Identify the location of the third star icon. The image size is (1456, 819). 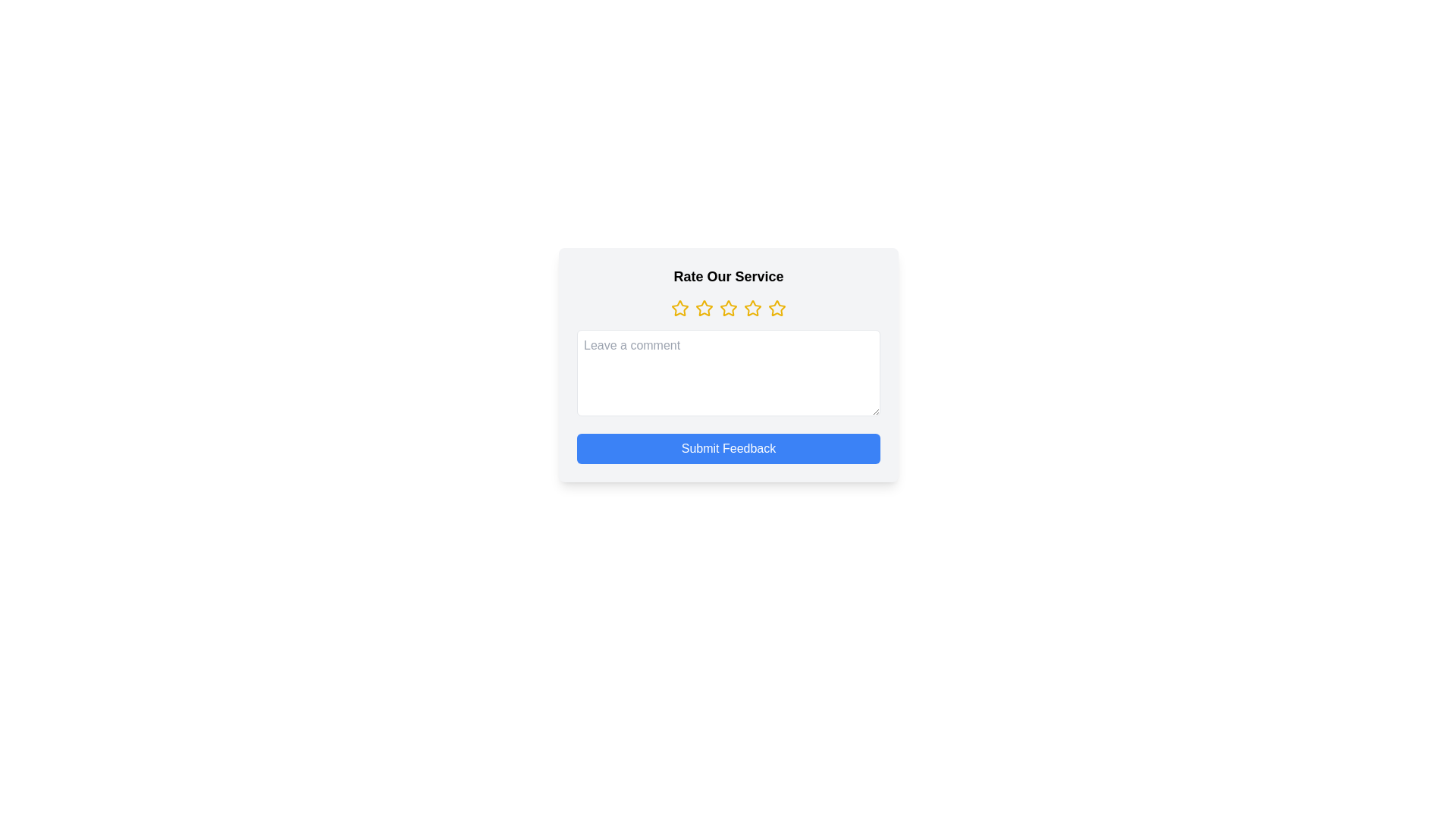
(728, 307).